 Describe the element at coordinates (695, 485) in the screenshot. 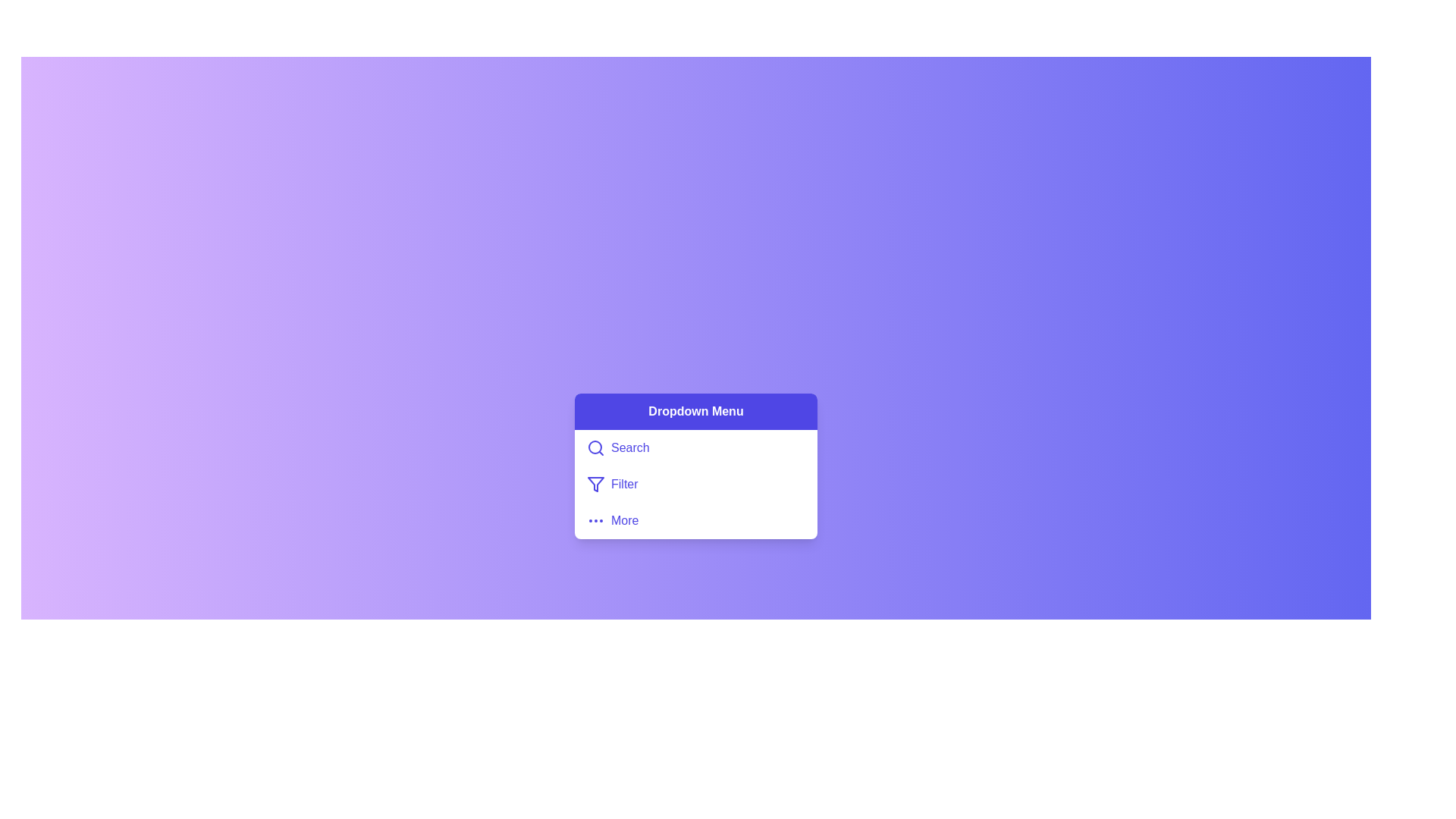

I see `the menu item Filter to perform its associated action` at that location.